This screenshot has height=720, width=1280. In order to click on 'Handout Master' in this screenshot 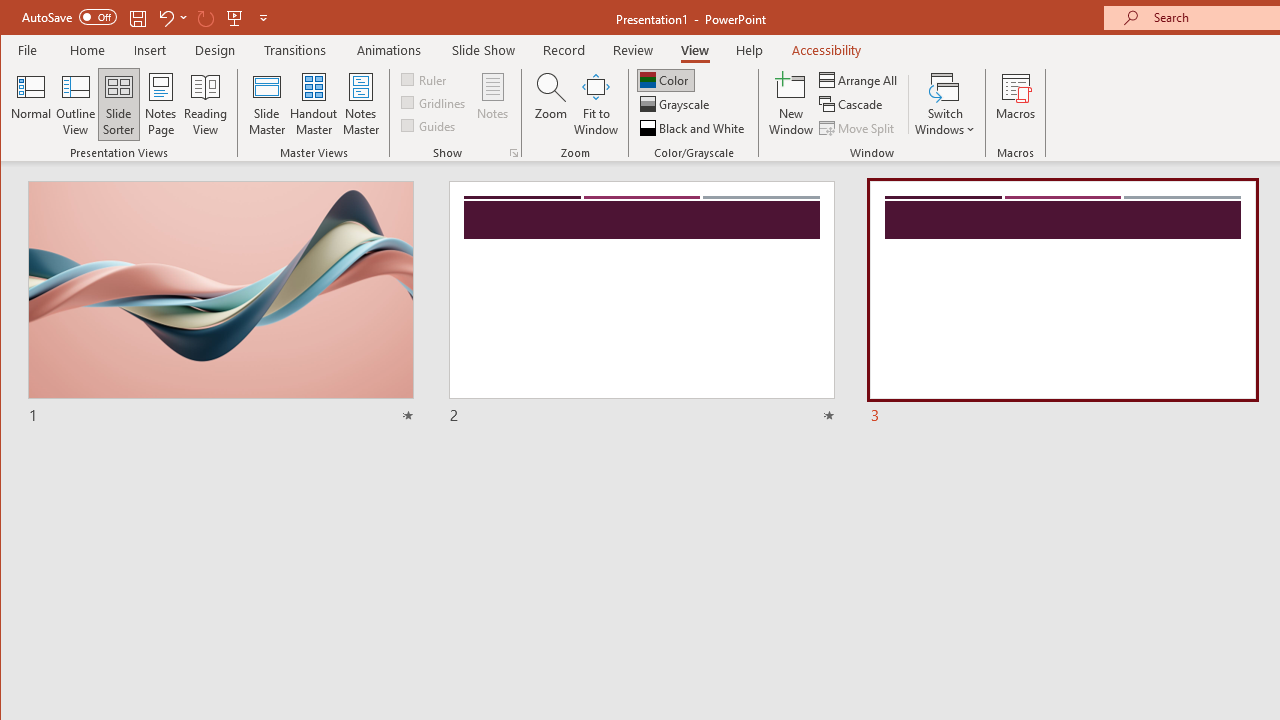, I will do `click(313, 104)`.